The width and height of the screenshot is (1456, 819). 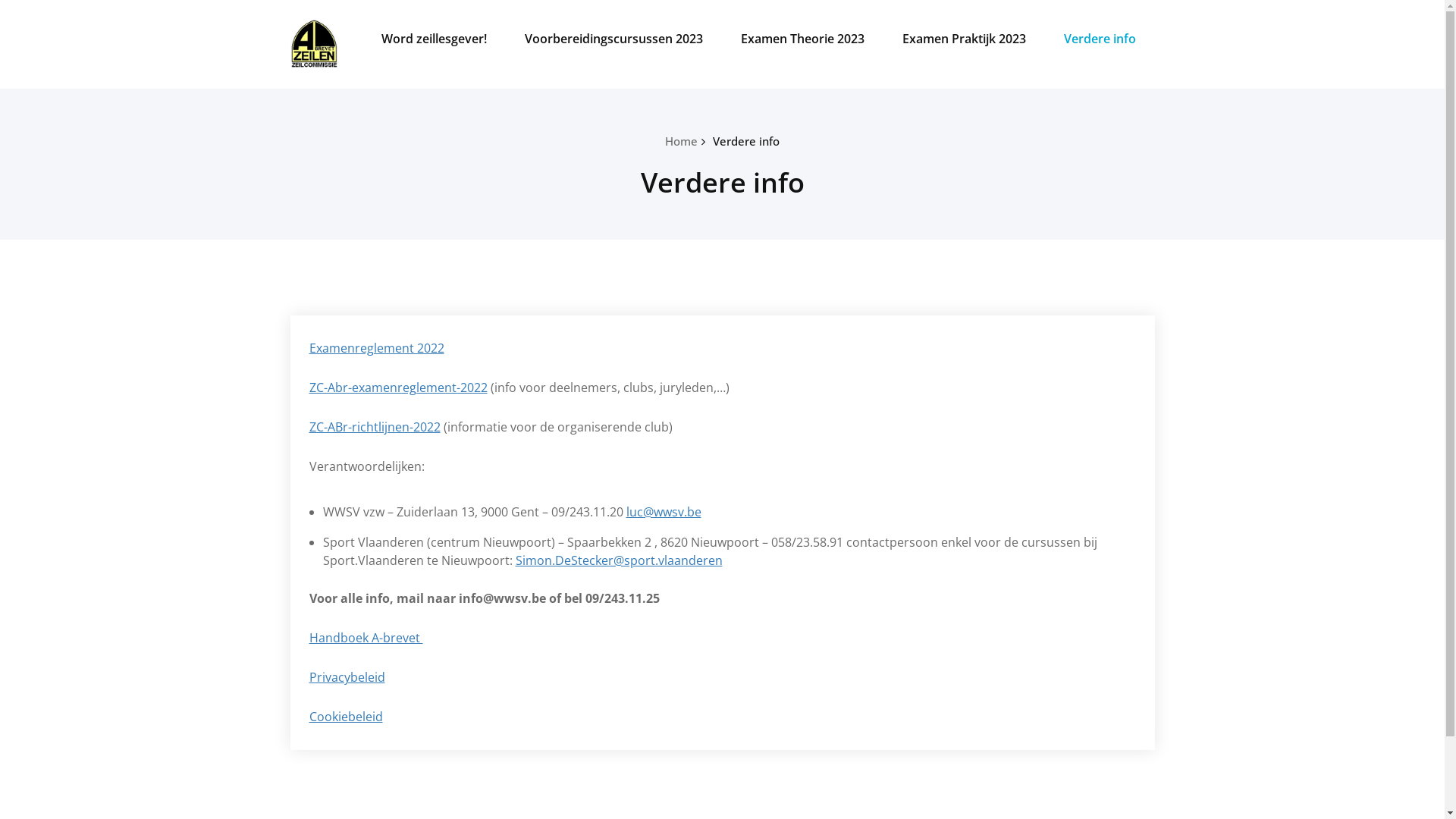 I want to click on 'Examenreglement 2022', so click(x=309, y=348).